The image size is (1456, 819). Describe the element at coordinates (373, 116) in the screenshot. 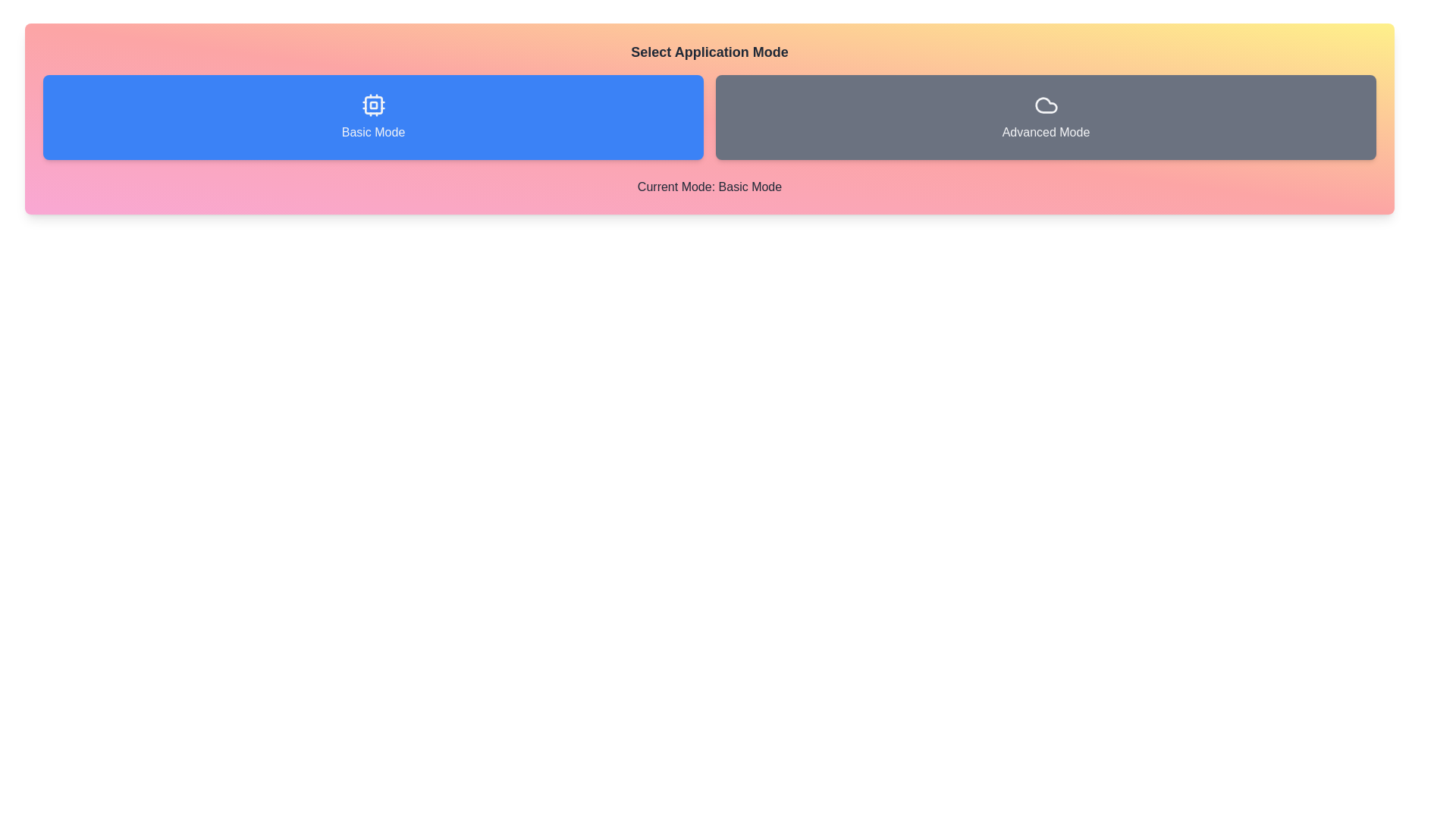

I see `the 'Basic Mode' button to observe its hover effect` at that location.